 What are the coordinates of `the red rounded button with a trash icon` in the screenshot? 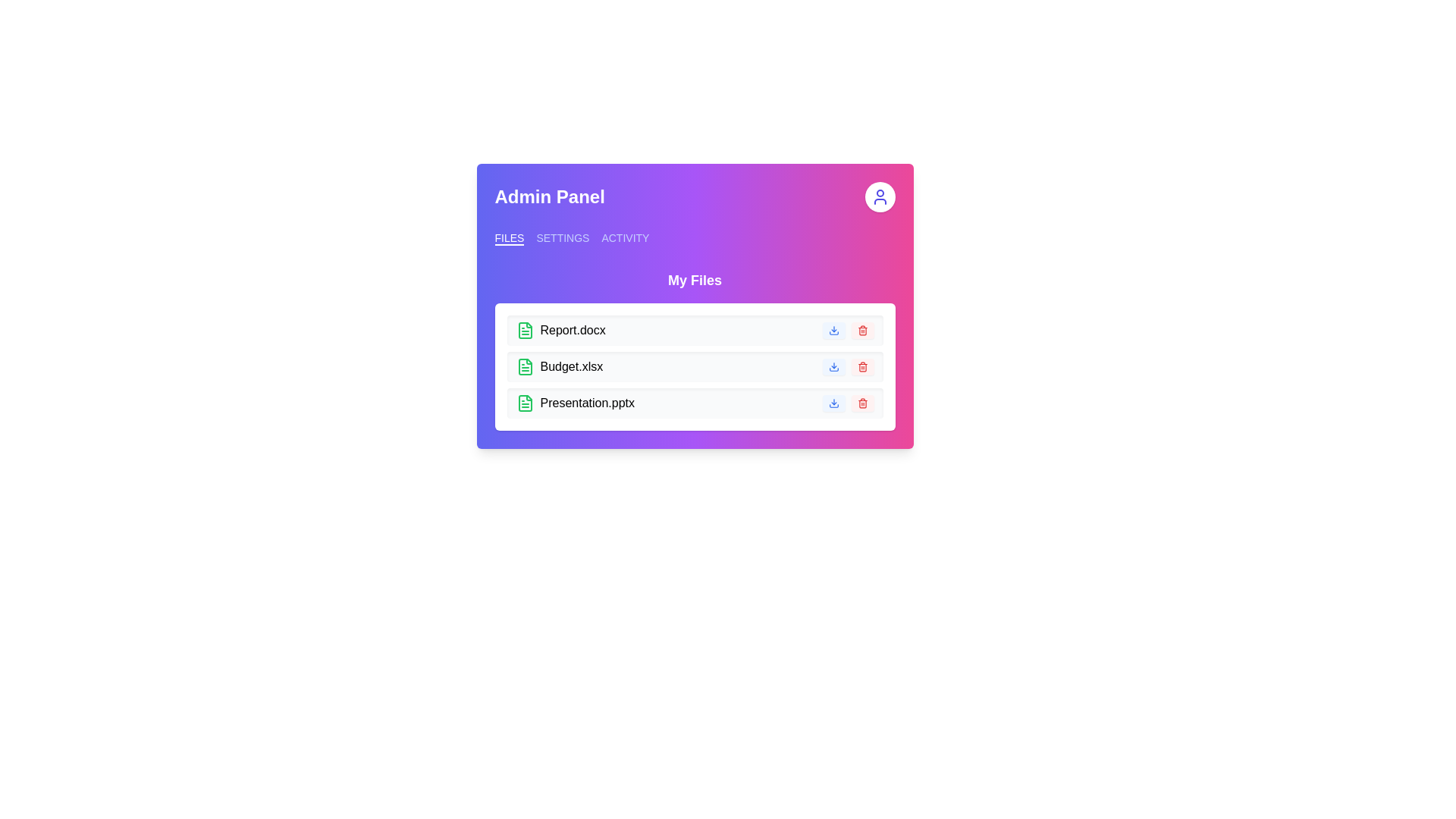 It's located at (862, 329).